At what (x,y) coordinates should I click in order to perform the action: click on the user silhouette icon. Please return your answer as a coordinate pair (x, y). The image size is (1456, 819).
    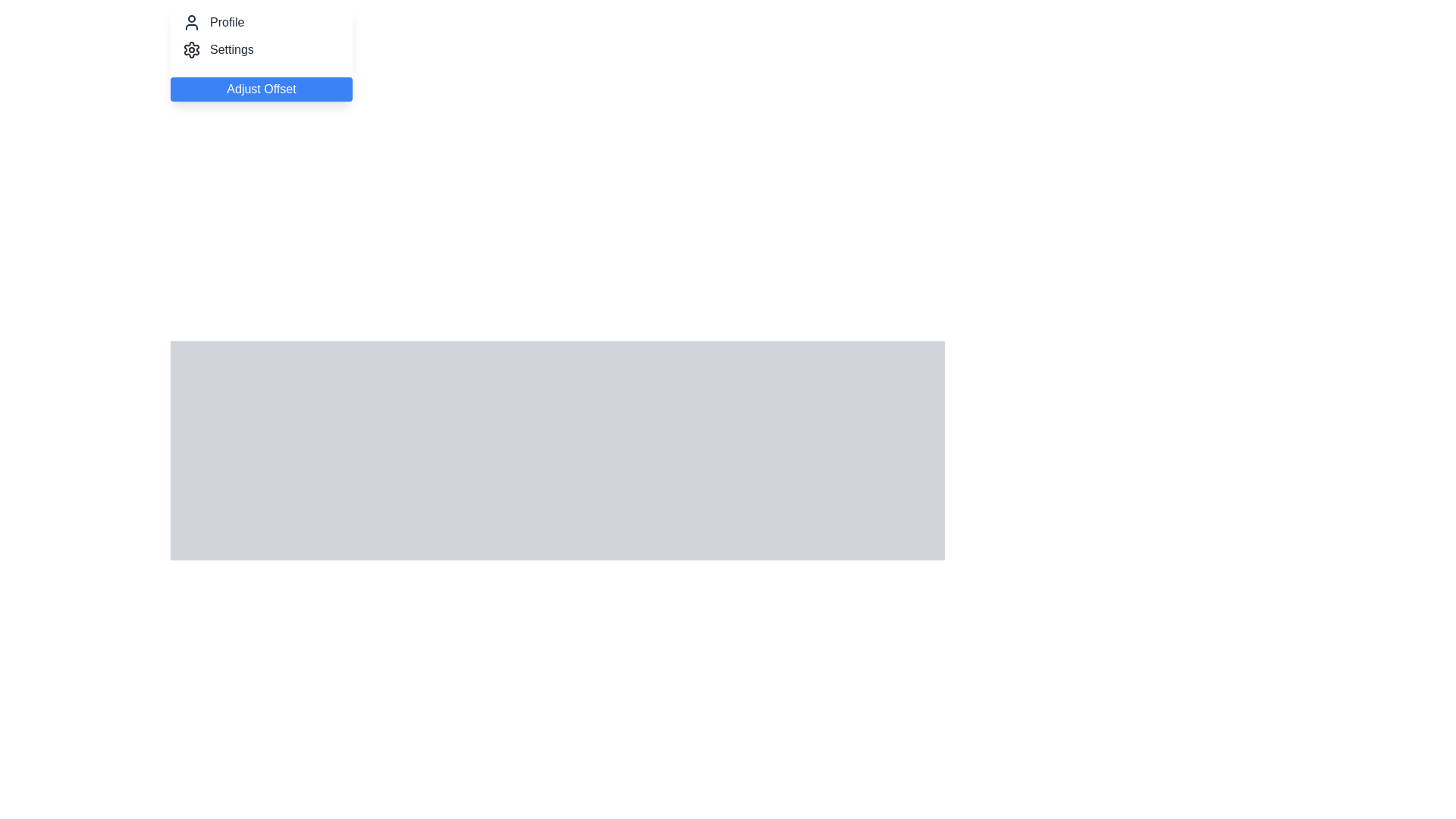
    Looking at the image, I should click on (191, 23).